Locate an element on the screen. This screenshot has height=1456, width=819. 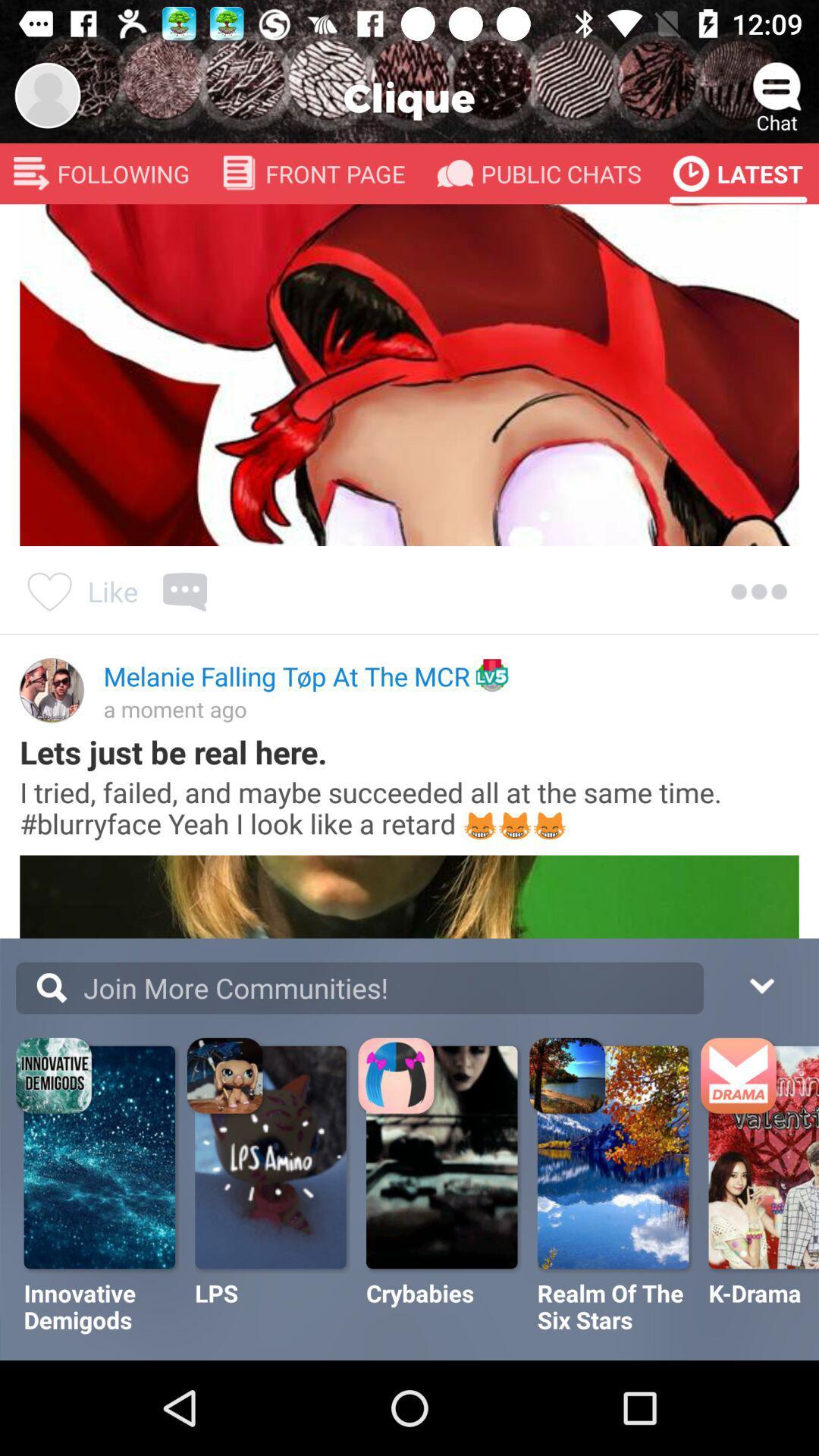
the expand_more icon is located at coordinates (761, 984).